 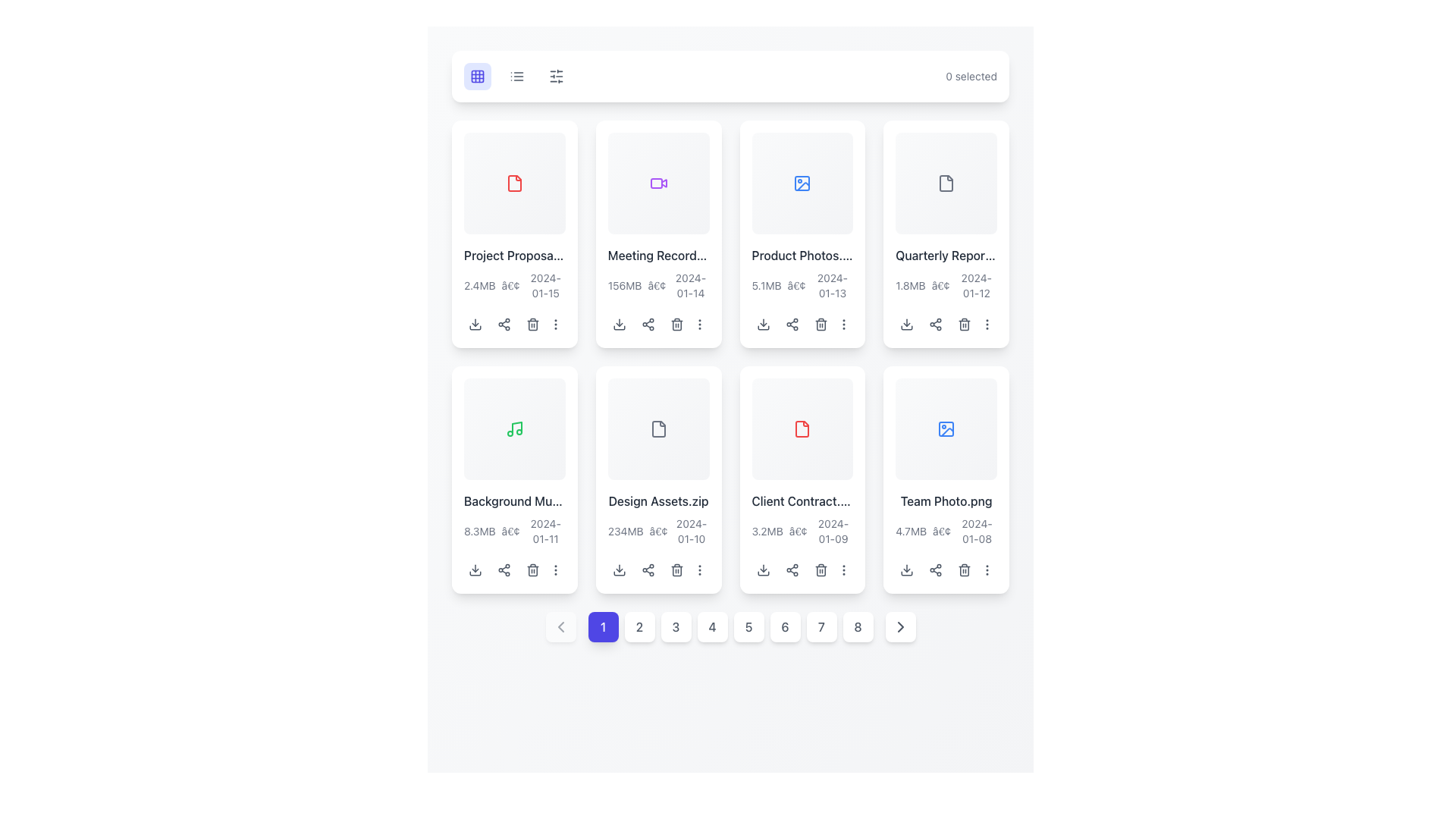 What do you see at coordinates (831, 285) in the screenshot?
I see `the static text label displaying the date '2024-01-13', which is rendered in light gray and located in the third tile of the top row, below 'Product Photos'` at bounding box center [831, 285].